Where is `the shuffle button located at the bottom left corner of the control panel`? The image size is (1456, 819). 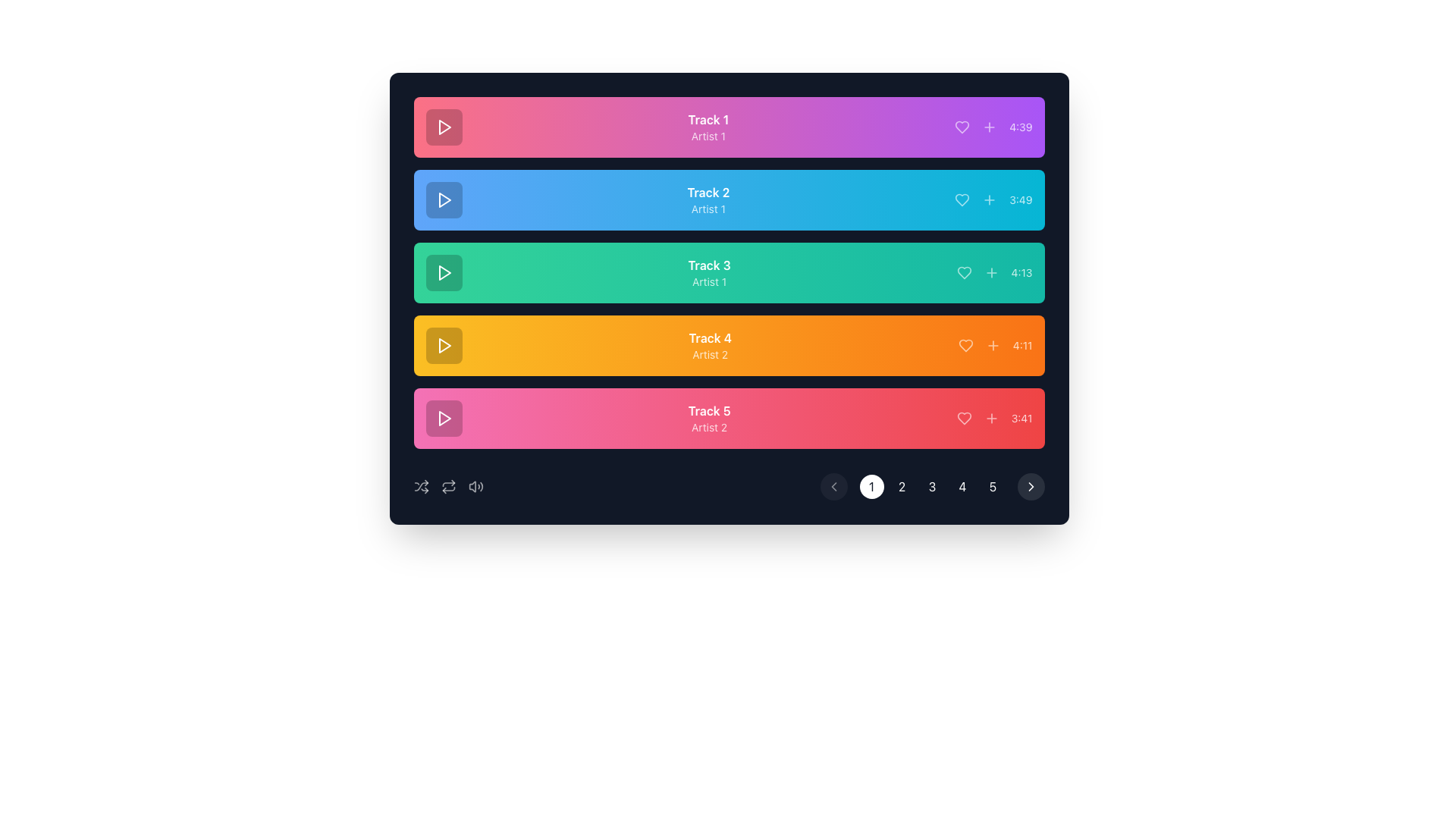 the shuffle button located at the bottom left corner of the control panel is located at coordinates (421, 486).